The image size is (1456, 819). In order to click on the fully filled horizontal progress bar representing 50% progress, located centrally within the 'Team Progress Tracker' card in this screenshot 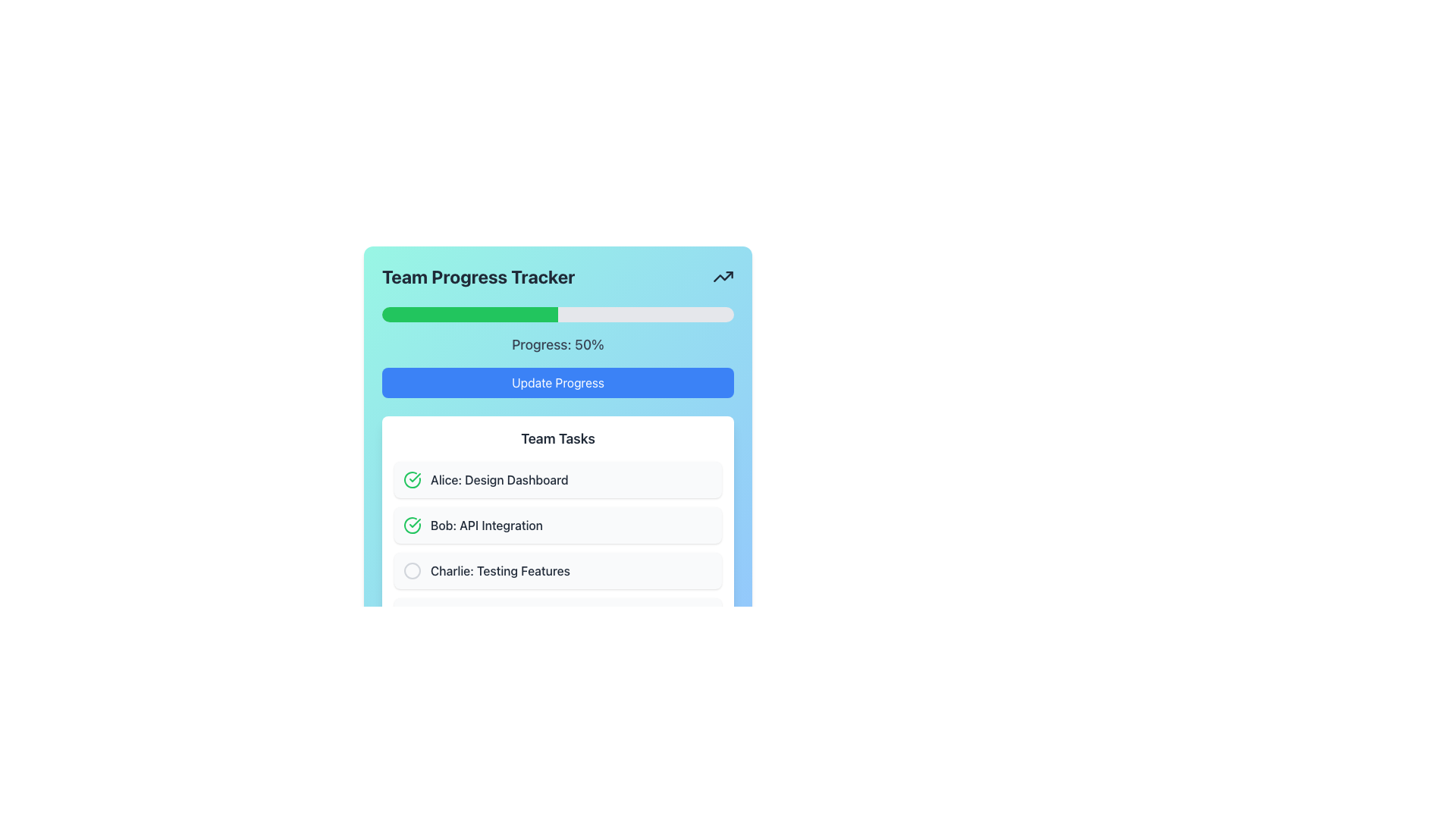, I will do `click(557, 314)`.